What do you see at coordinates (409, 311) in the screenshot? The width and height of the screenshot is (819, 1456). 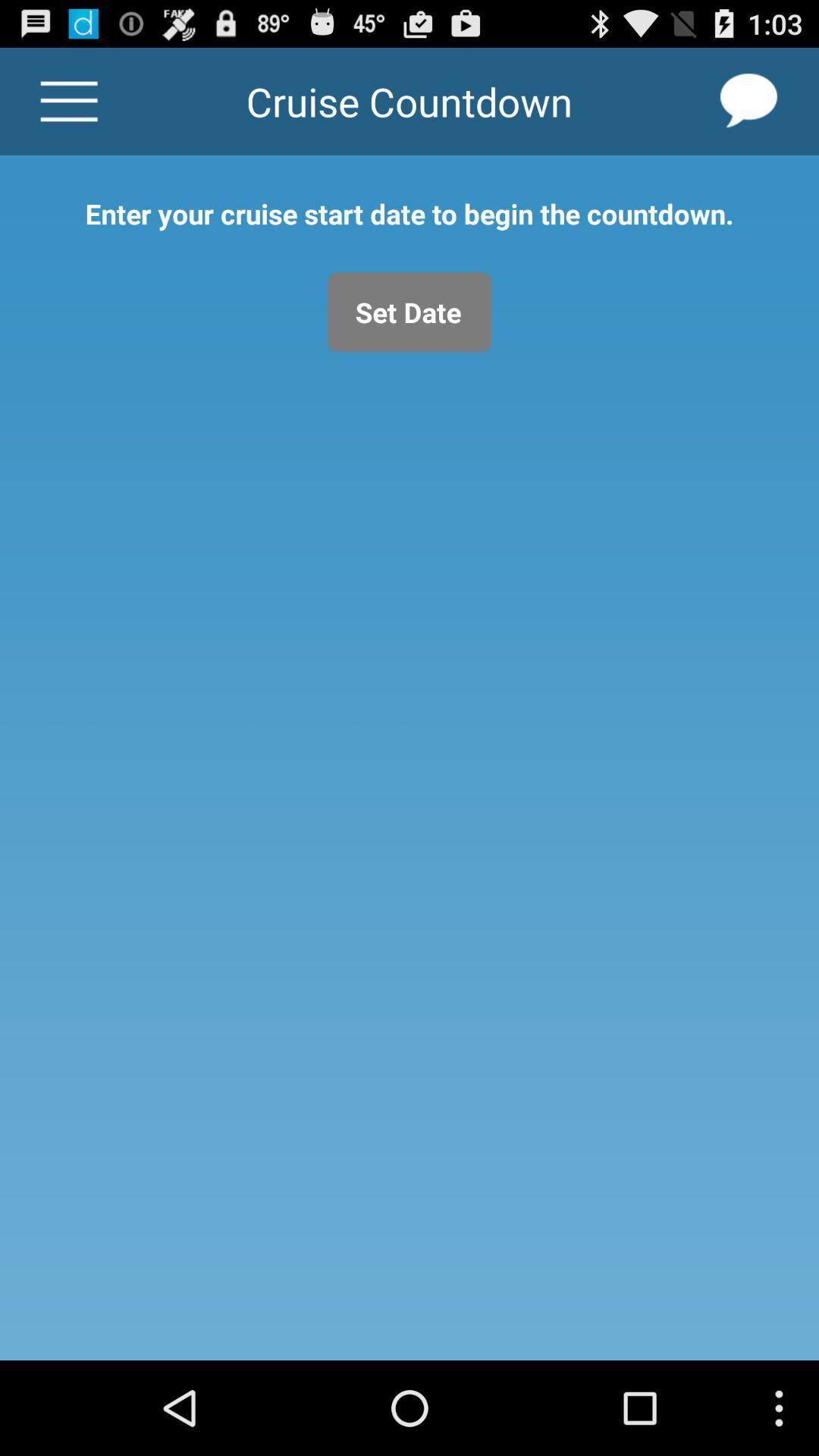 I see `the set date` at bounding box center [409, 311].